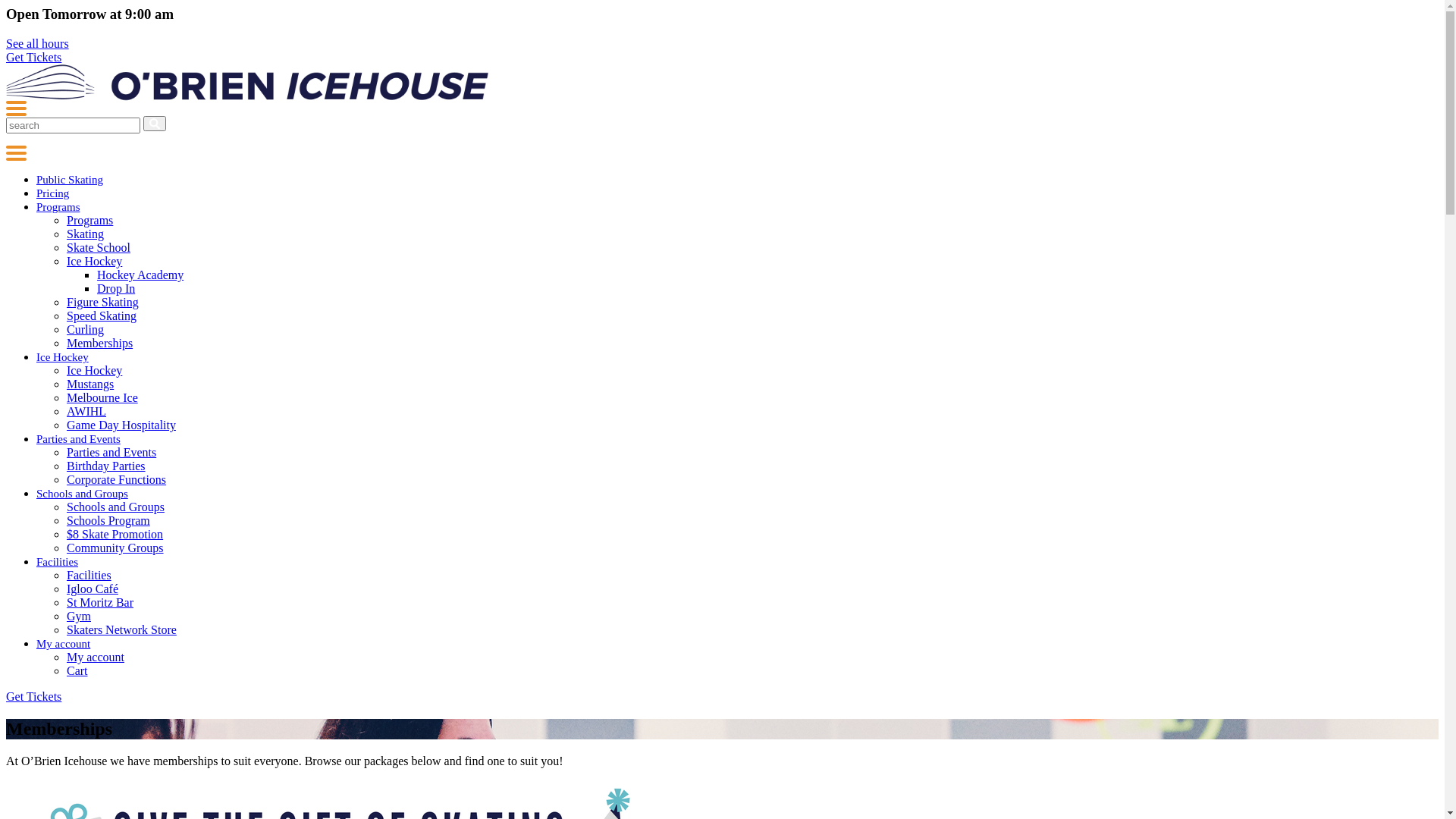 The height and width of the screenshot is (819, 1456). Describe the element at coordinates (114, 533) in the screenshot. I see `'$8 Skate Promotion'` at that location.